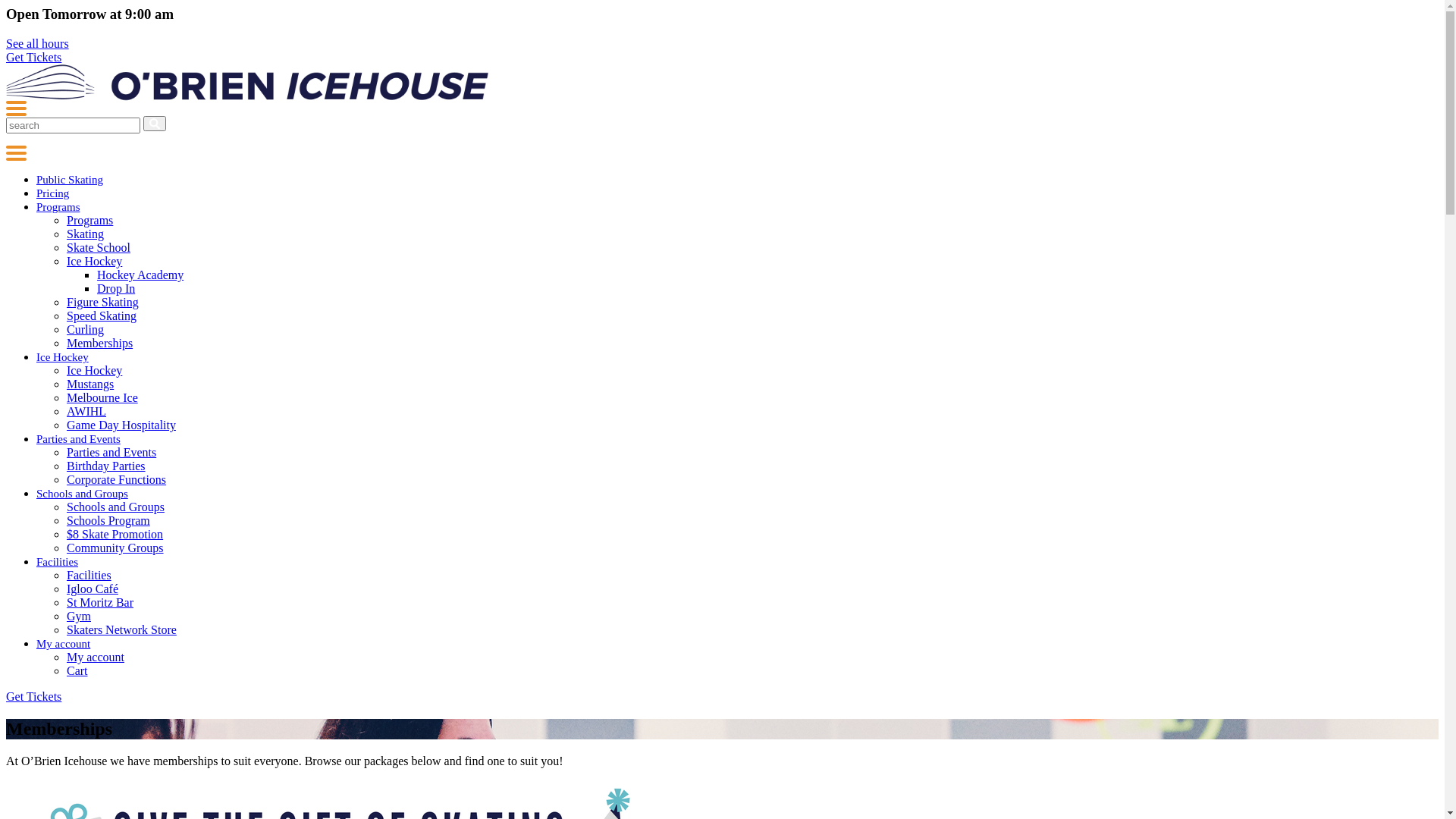 The height and width of the screenshot is (819, 1456). Describe the element at coordinates (114, 533) in the screenshot. I see `'$8 Skate Promotion'` at that location.